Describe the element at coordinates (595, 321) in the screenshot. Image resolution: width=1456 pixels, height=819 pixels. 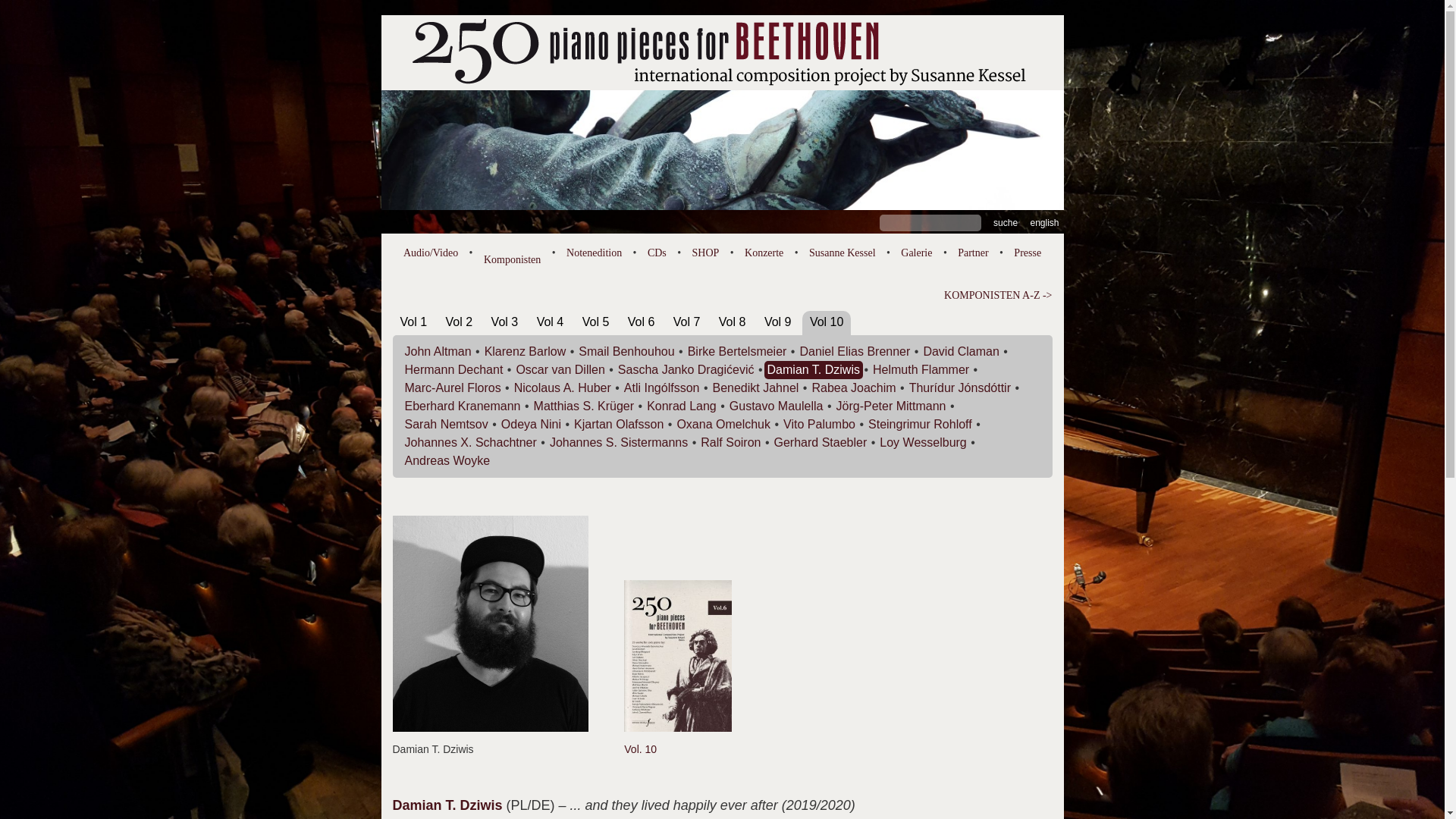
I see `'Vol 5'` at that location.